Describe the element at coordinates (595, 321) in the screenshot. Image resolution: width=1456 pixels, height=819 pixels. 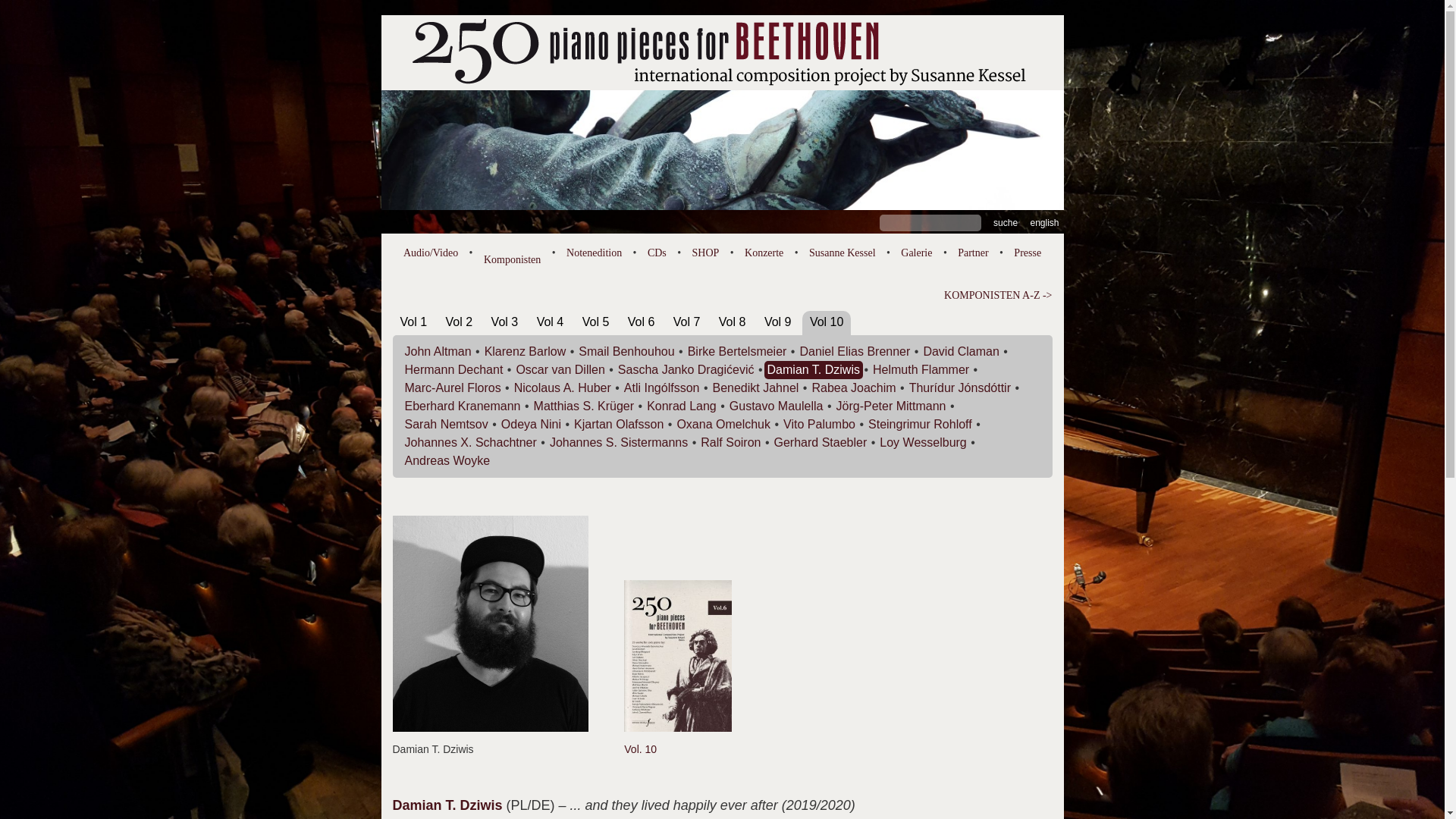
I see `'Vol 5'` at that location.